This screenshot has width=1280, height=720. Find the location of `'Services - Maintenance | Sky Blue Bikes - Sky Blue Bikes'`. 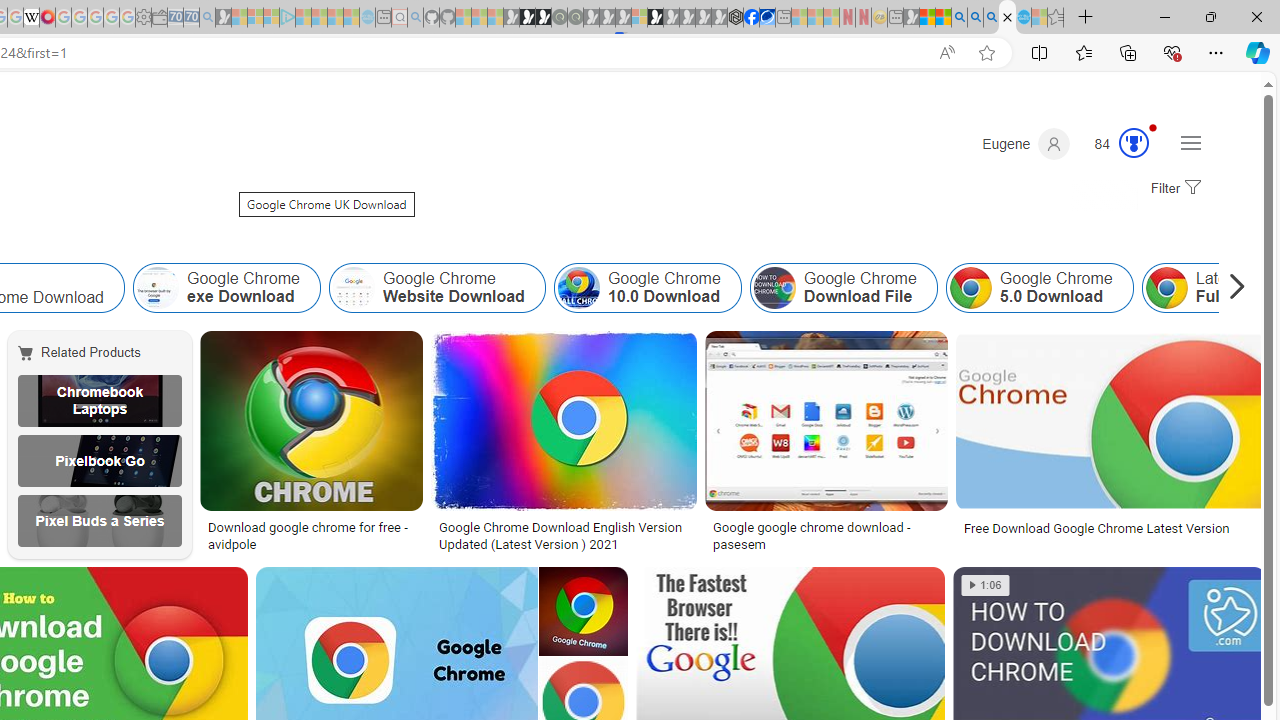

'Services - Maintenance | Sky Blue Bikes - Sky Blue Bikes' is located at coordinates (1023, 17).